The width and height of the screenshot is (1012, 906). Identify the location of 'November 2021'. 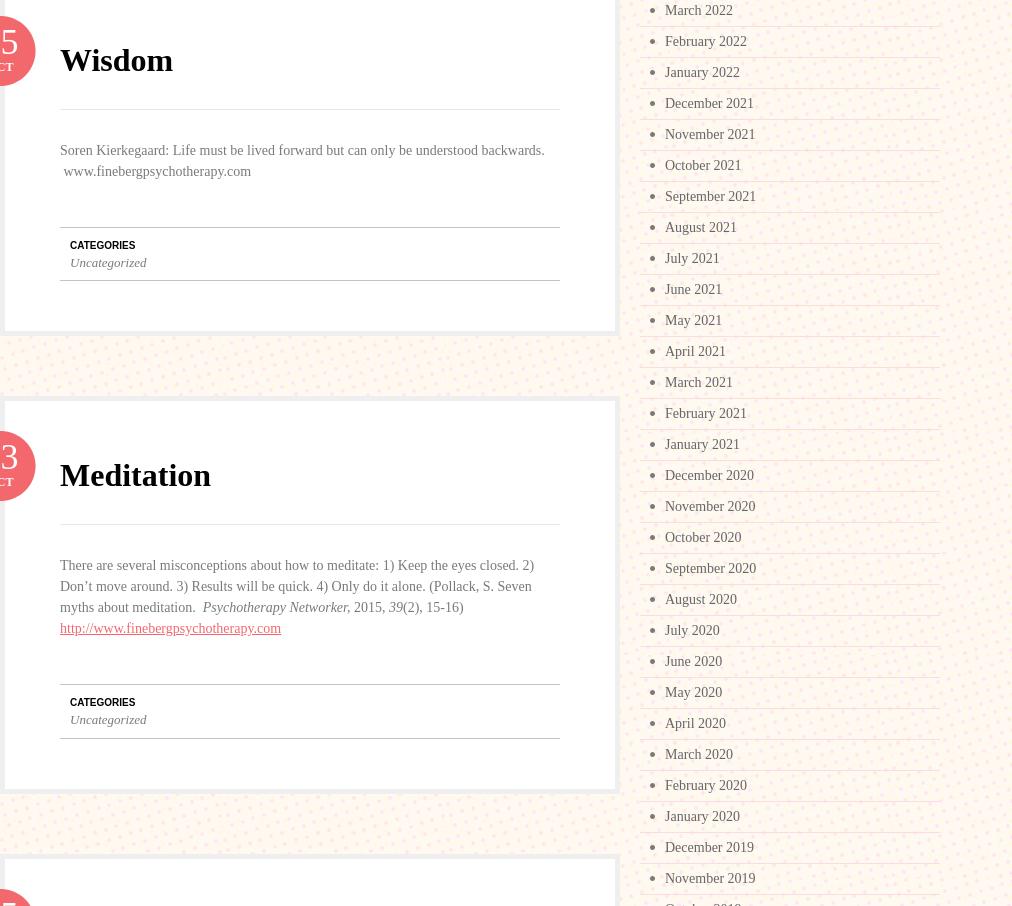
(710, 133).